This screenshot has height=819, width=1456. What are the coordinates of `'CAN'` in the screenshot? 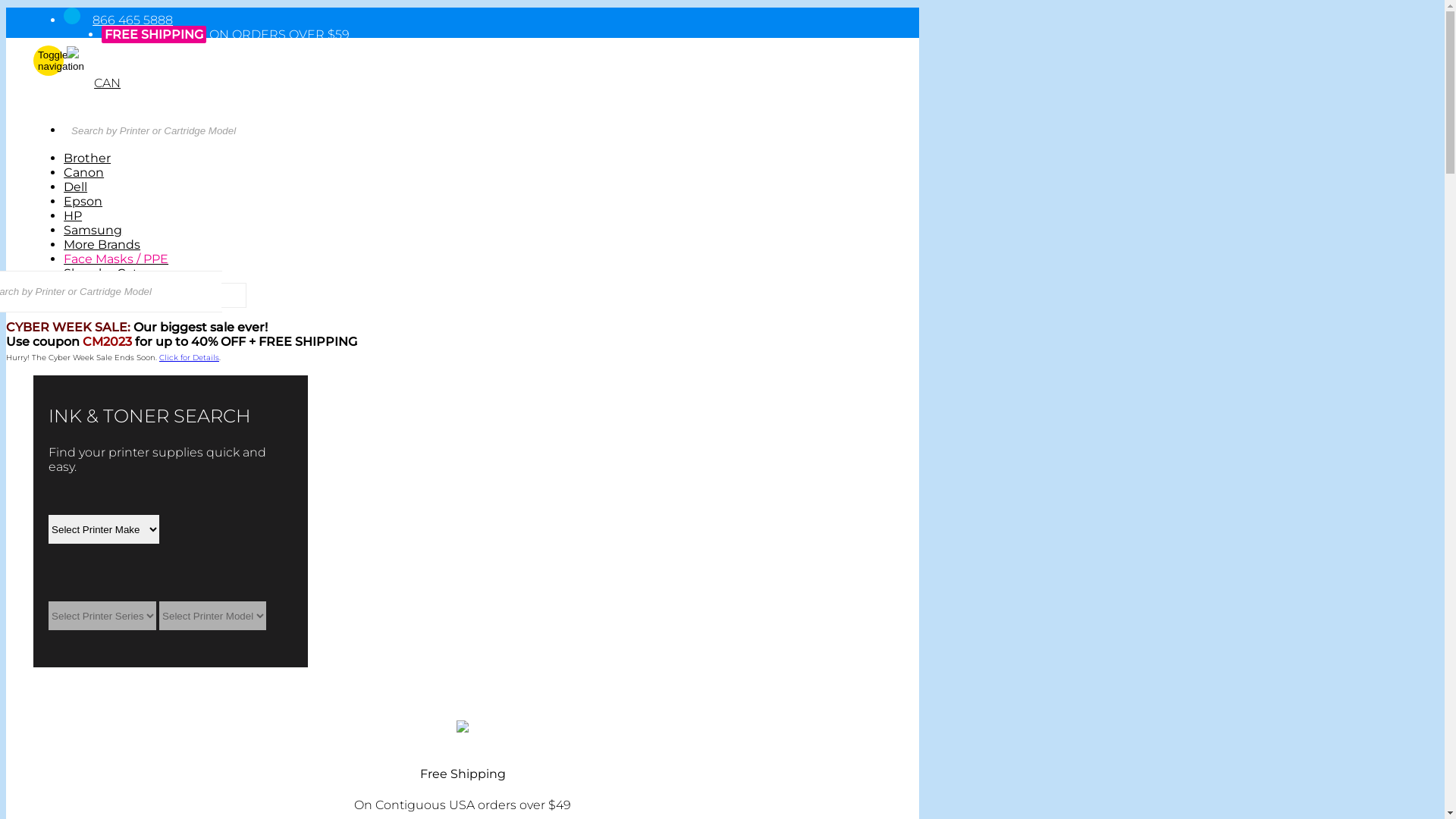 It's located at (106, 83).